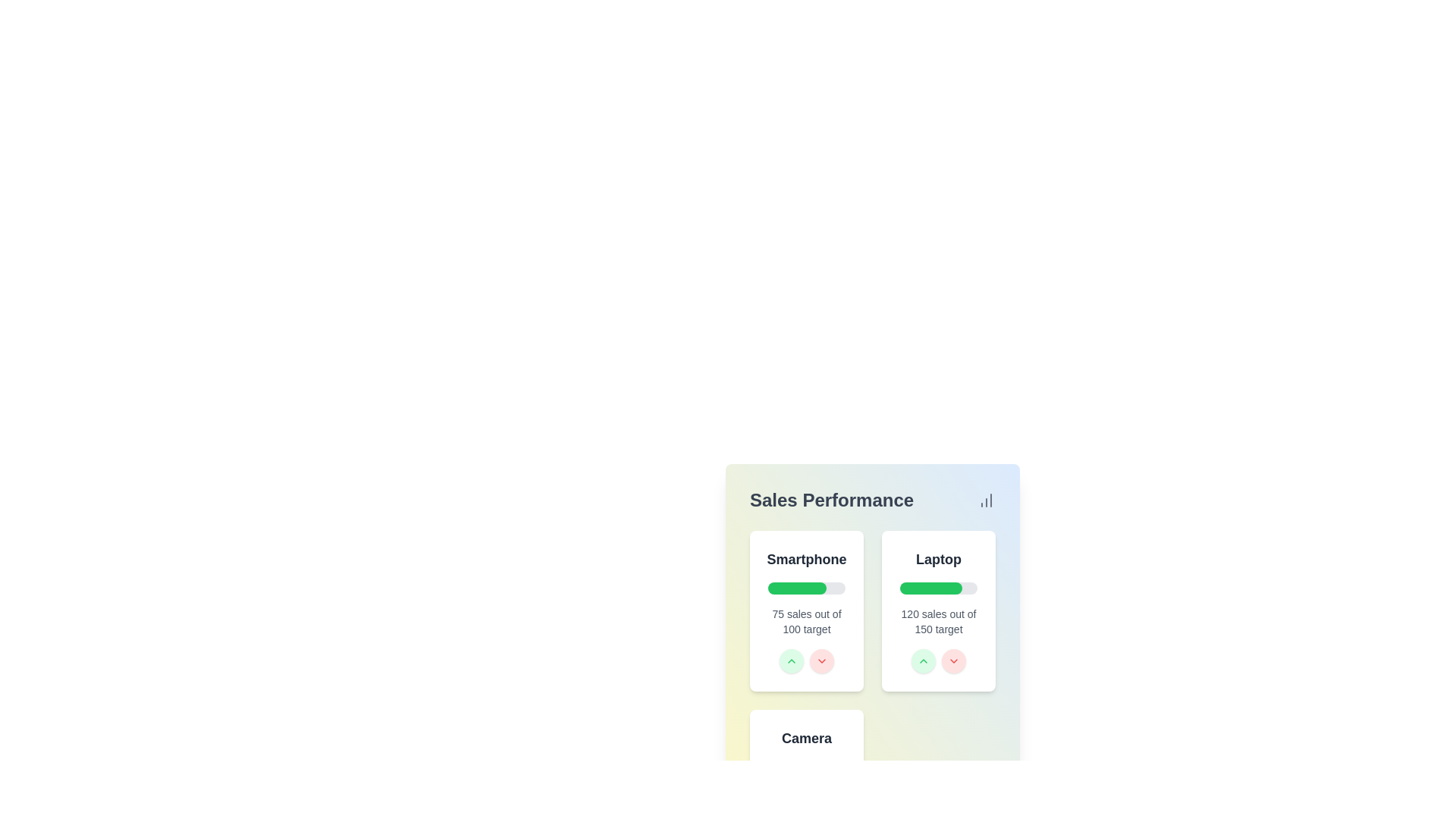 Image resolution: width=1456 pixels, height=819 pixels. I want to click on the text label that identifies the product 'Laptop' at the top-center of the sales statistics card in the 'Sales Performance' section, so click(938, 559).